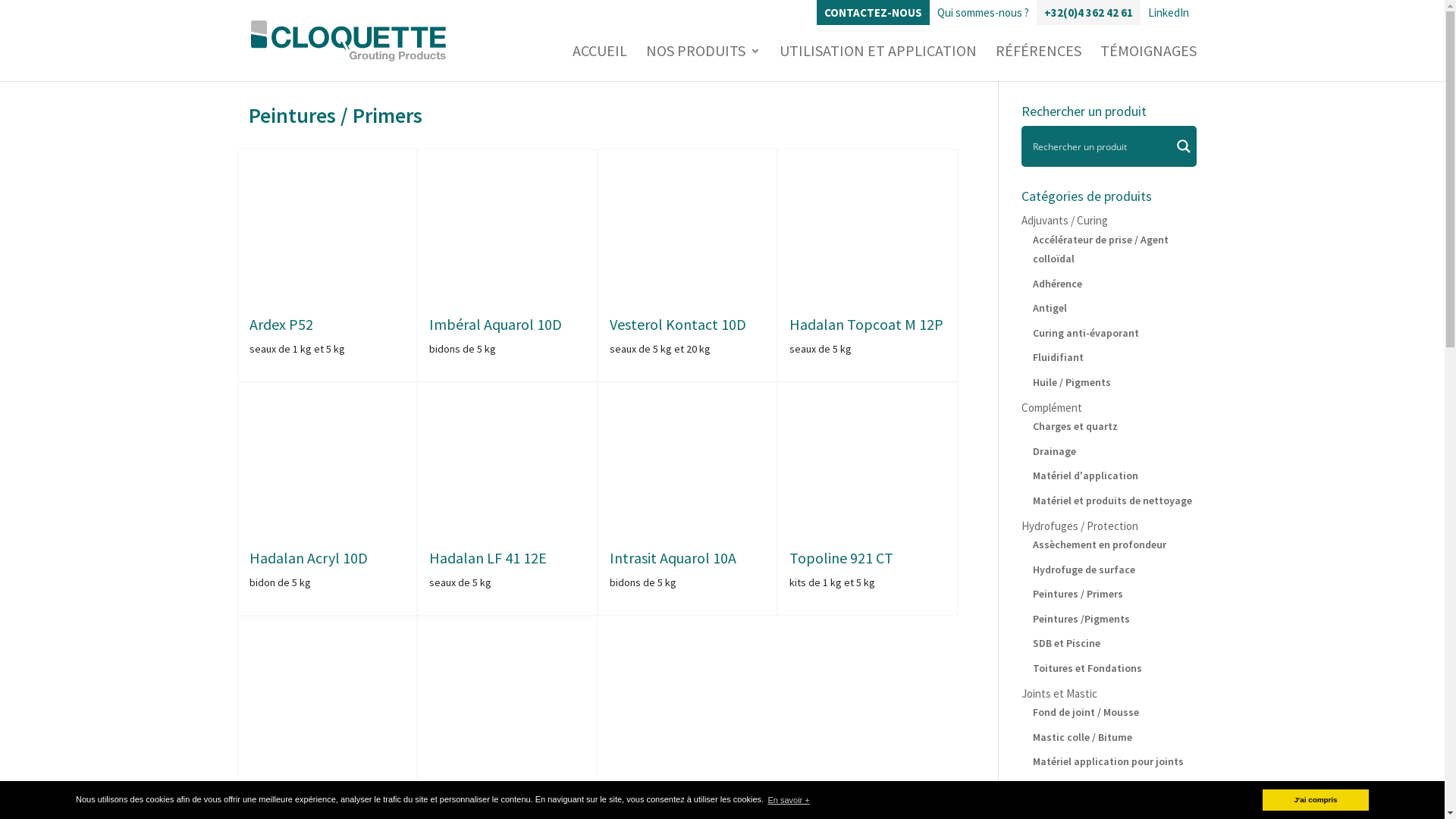 This screenshot has height=819, width=1456. Describe the element at coordinates (983, 12) in the screenshot. I see `'Qui sommes-nous ?'` at that location.